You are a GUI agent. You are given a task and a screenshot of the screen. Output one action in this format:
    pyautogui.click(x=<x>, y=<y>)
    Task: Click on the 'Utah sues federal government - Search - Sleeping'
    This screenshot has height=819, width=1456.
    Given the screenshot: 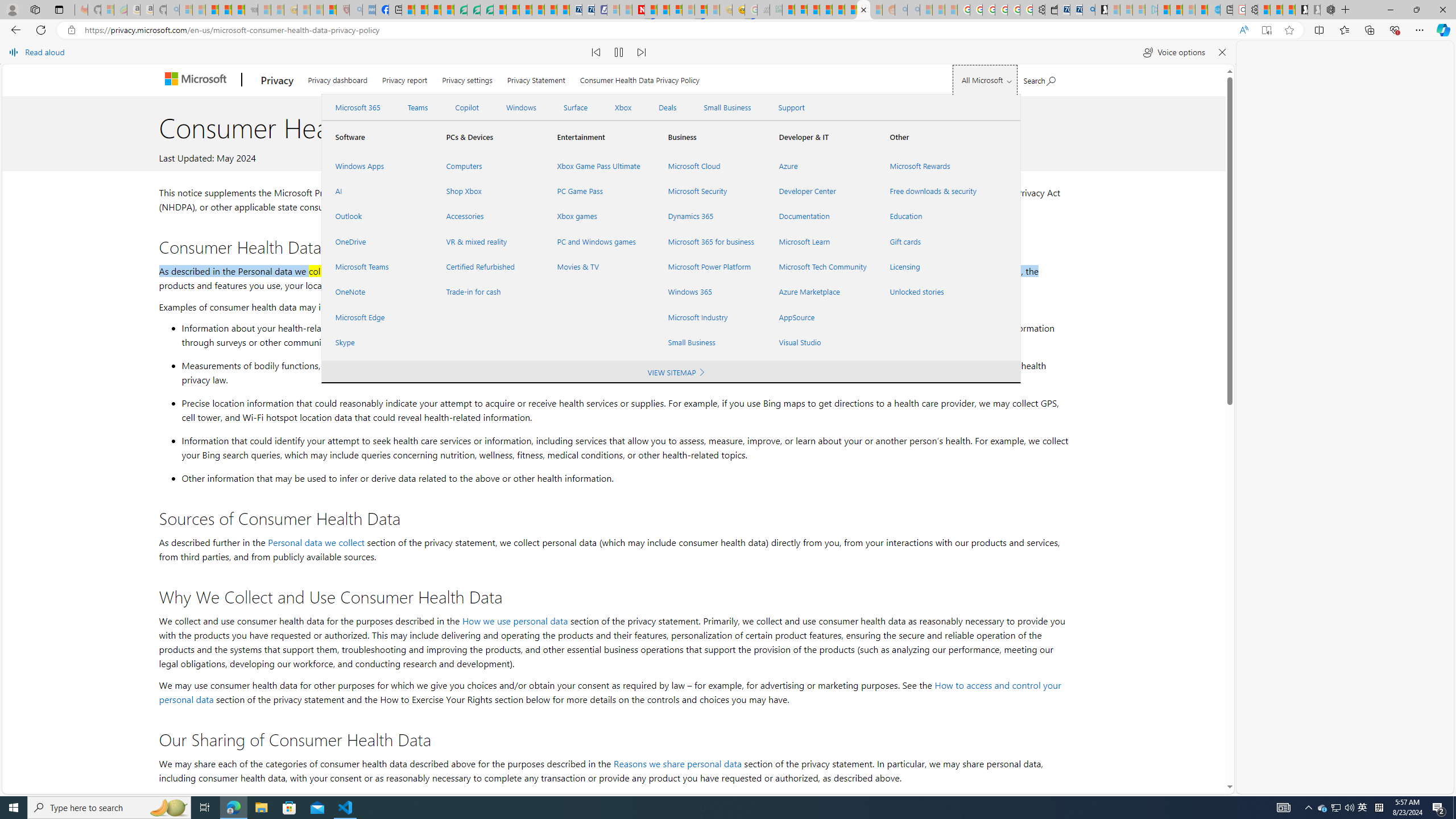 What is the action you would take?
    pyautogui.click(x=913, y=9)
    